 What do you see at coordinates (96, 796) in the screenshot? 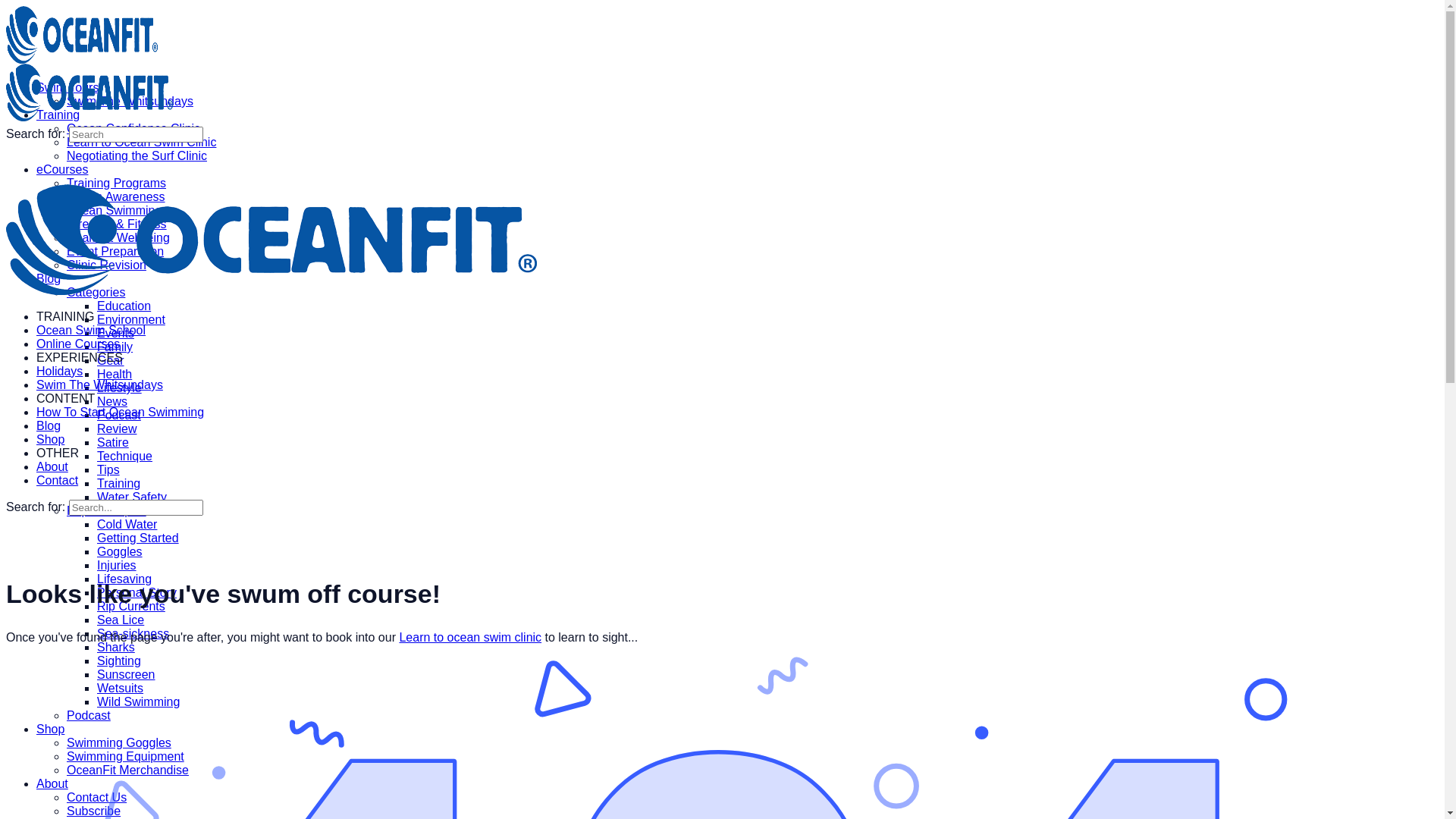
I see `'Contact Us'` at bounding box center [96, 796].